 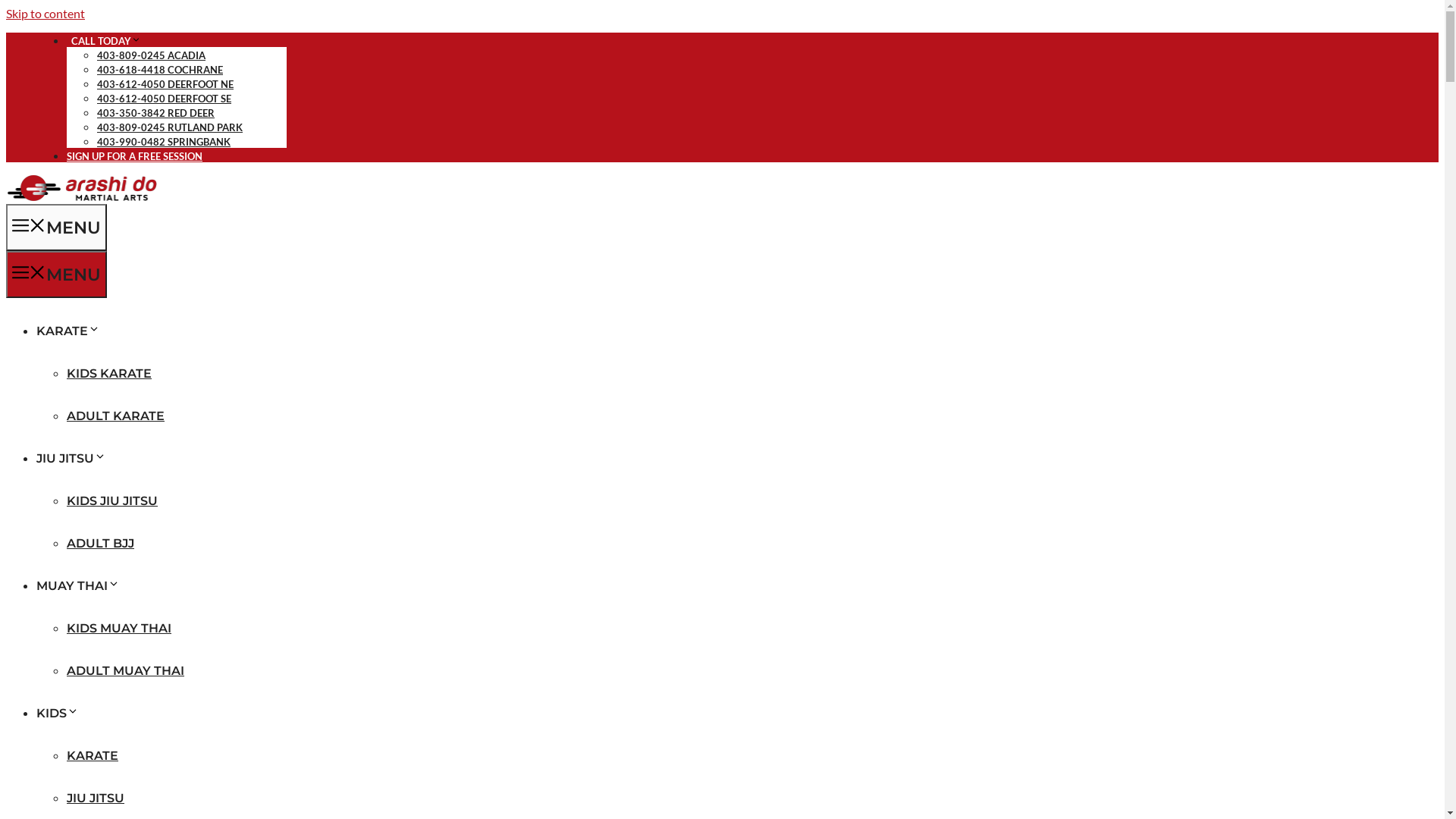 What do you see at coordinates (115, 416) in the screenshot?
I see `'ADULT KARATE'` at bounding box center [115, 416].